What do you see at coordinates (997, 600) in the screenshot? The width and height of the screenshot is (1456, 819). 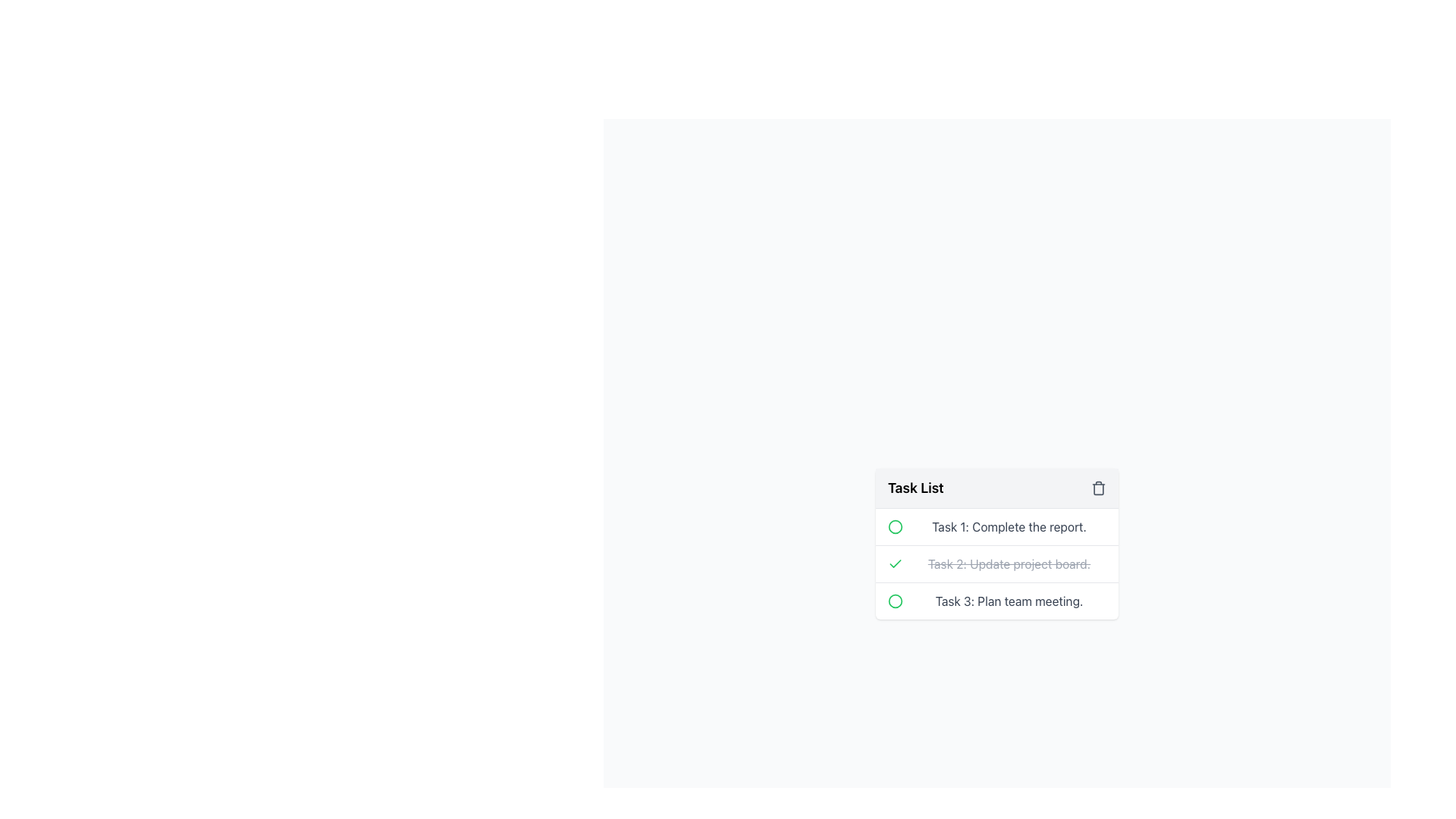 I see `the green circular icon on the left of the task entry 'Task 3: Plan team meeting.' to mark the task as complete` at bounding box center [997, 600].